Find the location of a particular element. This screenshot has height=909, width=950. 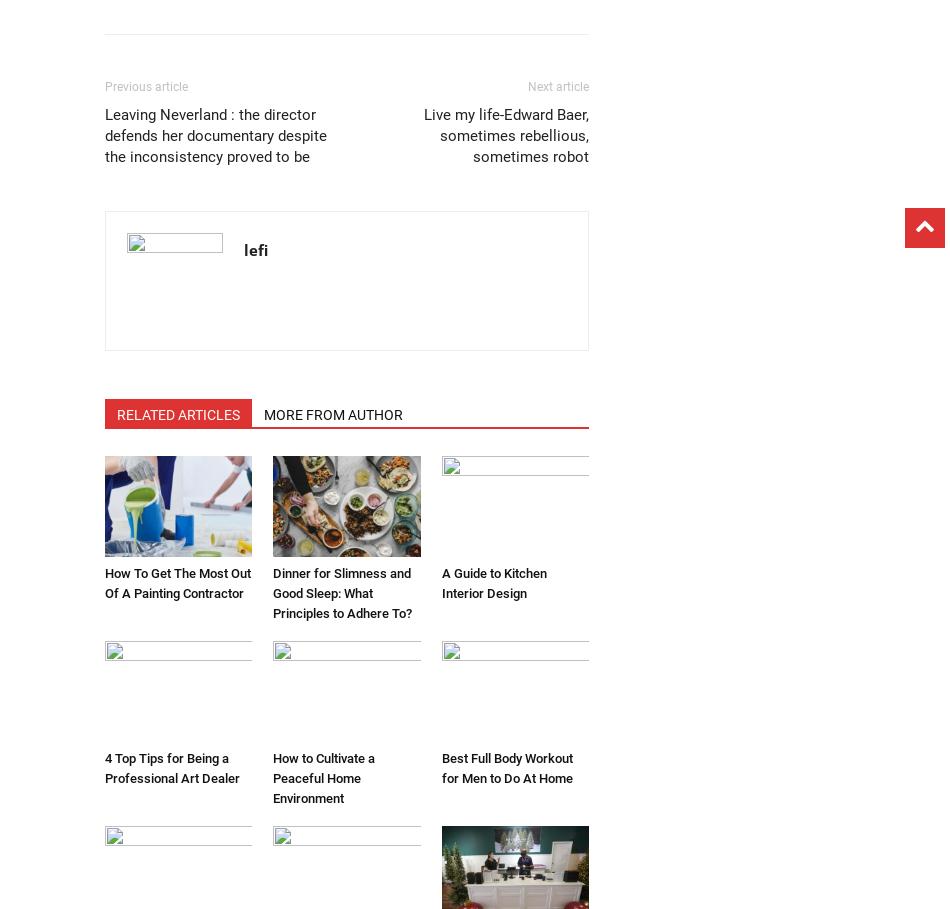

'How To Get The Most Out Of A Painting Contractor' is located at coordinates (178, 581).